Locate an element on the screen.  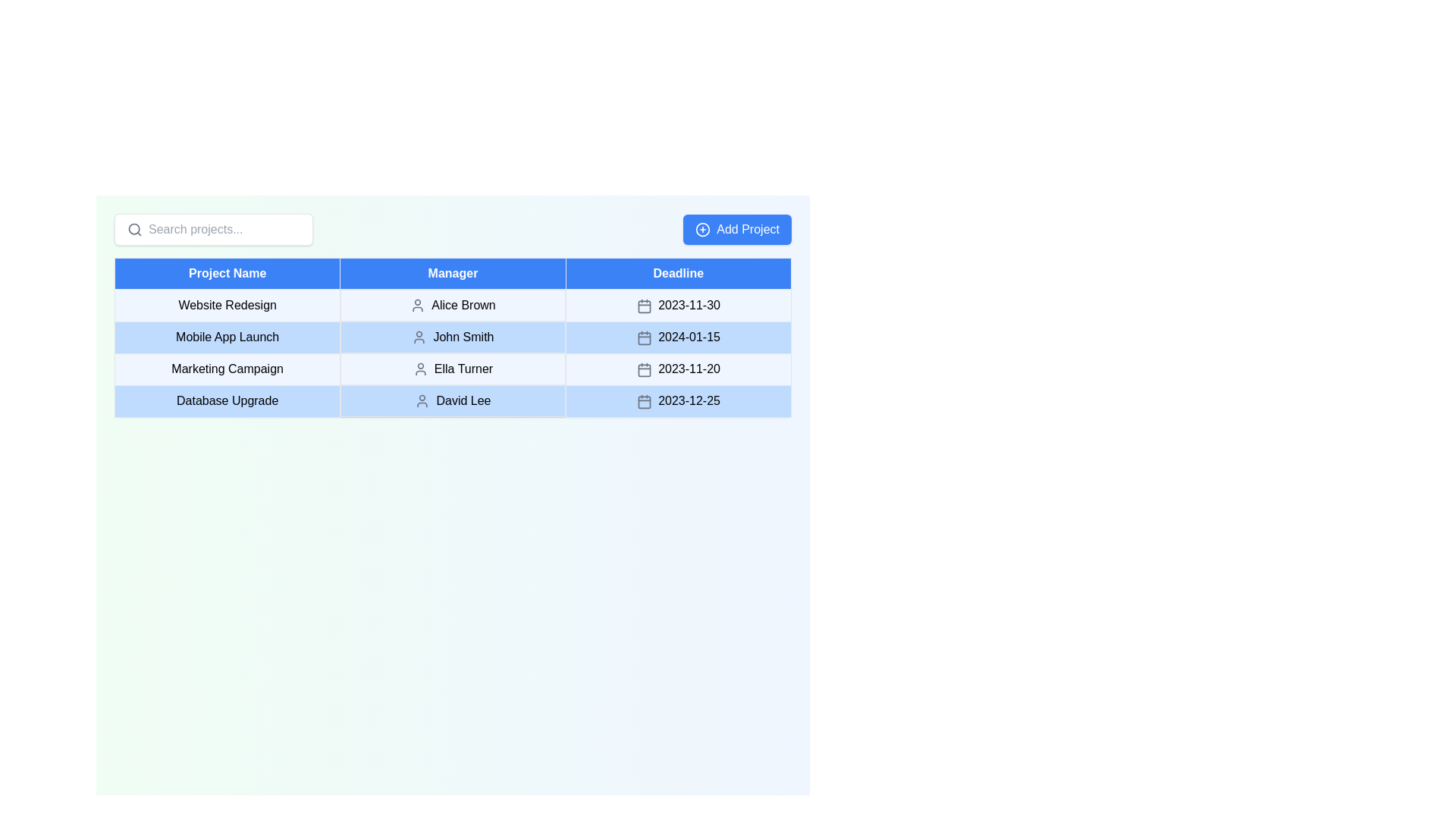
the calendar icon located in the 'Deadline' column of the third row, positioned to the left of the date '2023-11-20' is located at coordinates (644, 369).